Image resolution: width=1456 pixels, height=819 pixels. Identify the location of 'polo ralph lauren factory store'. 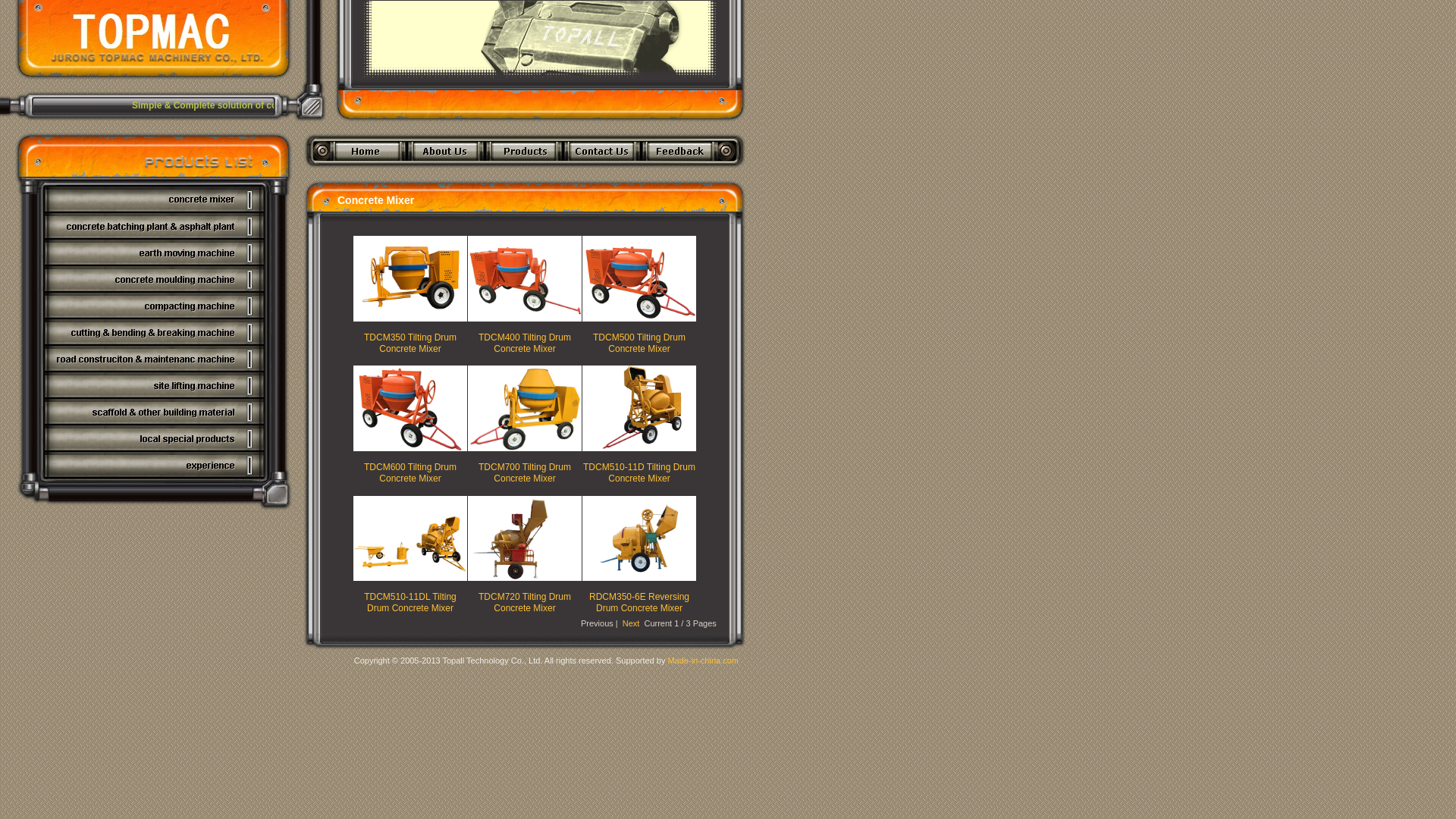
(655, 174).